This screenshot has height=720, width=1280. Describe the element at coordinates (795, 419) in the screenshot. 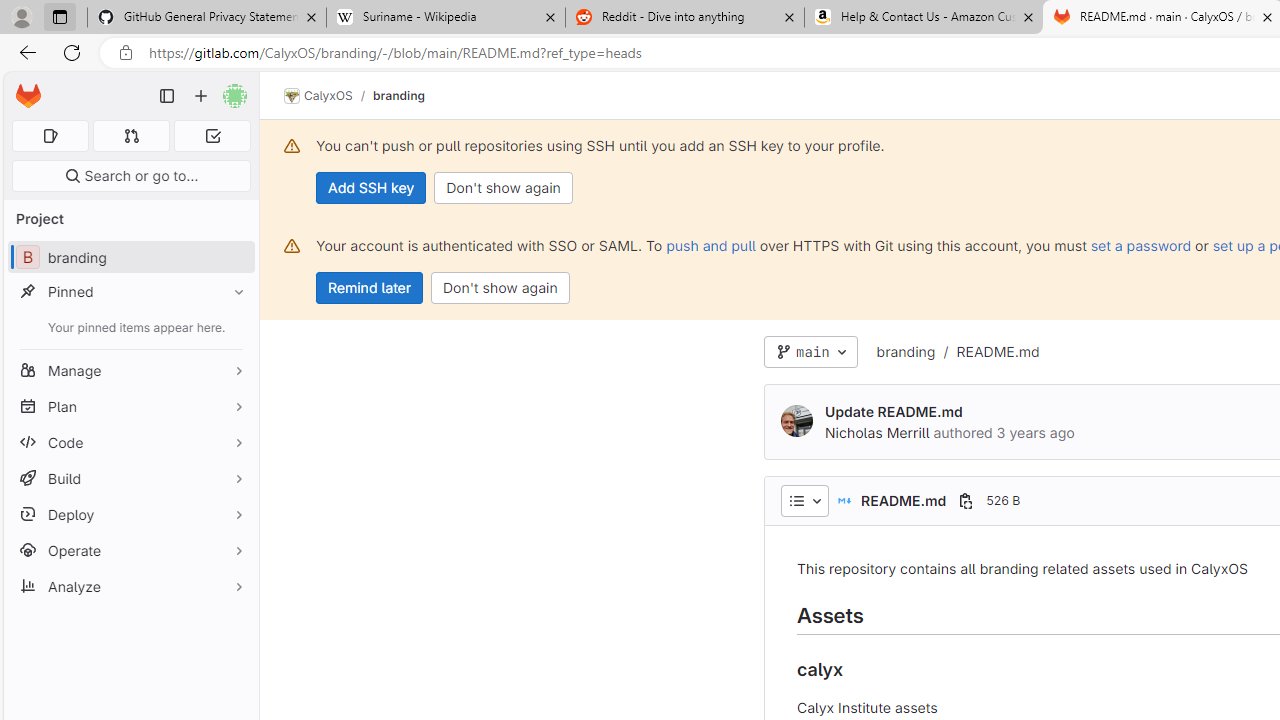

I see `'Nicholas Merrill'` at that location.